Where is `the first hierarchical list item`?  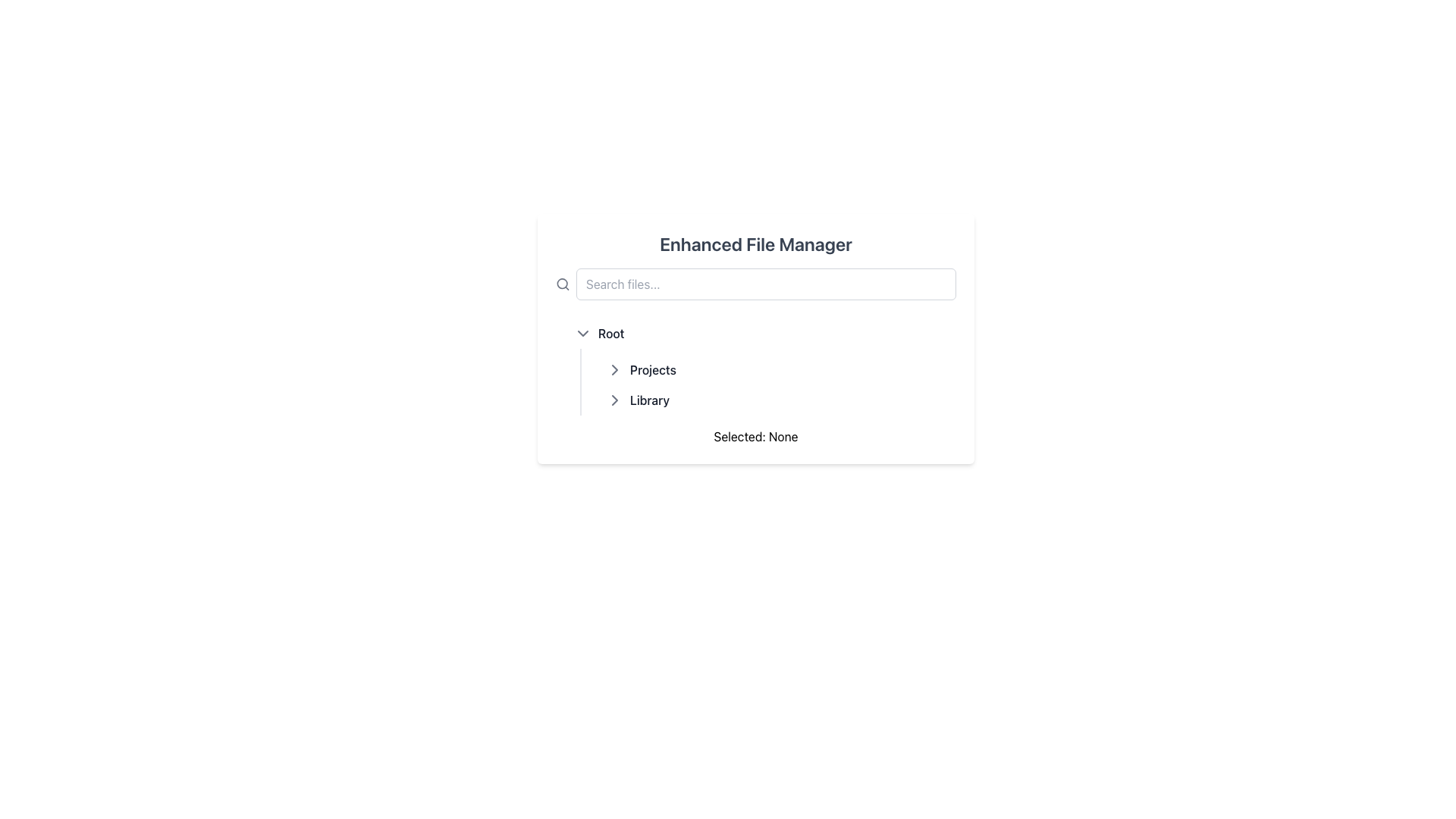 the first hierarchical list item is located at coordinates (761, 366).